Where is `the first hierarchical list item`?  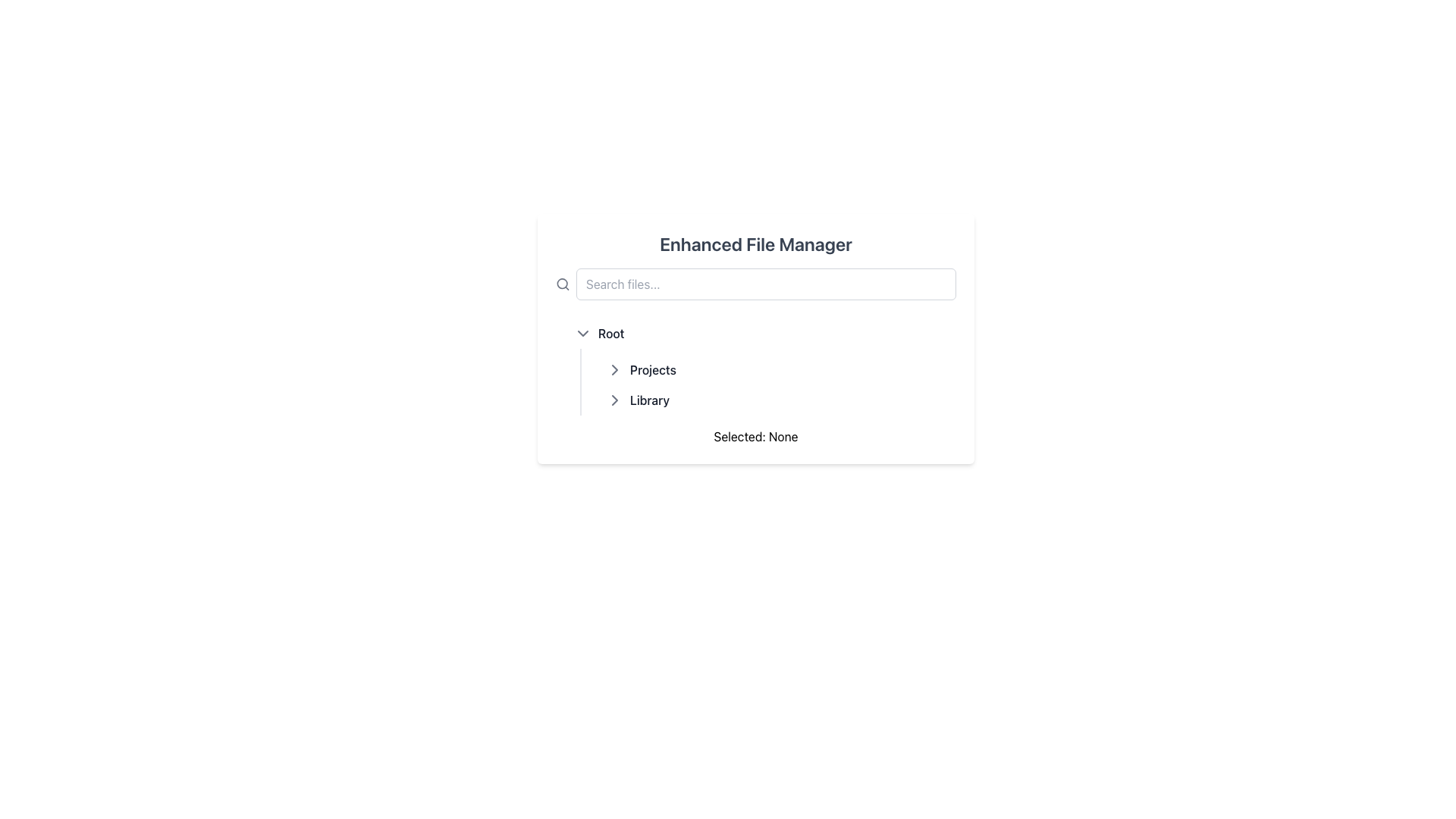 the first hierarchical list item is located at coordinates (761, 366).